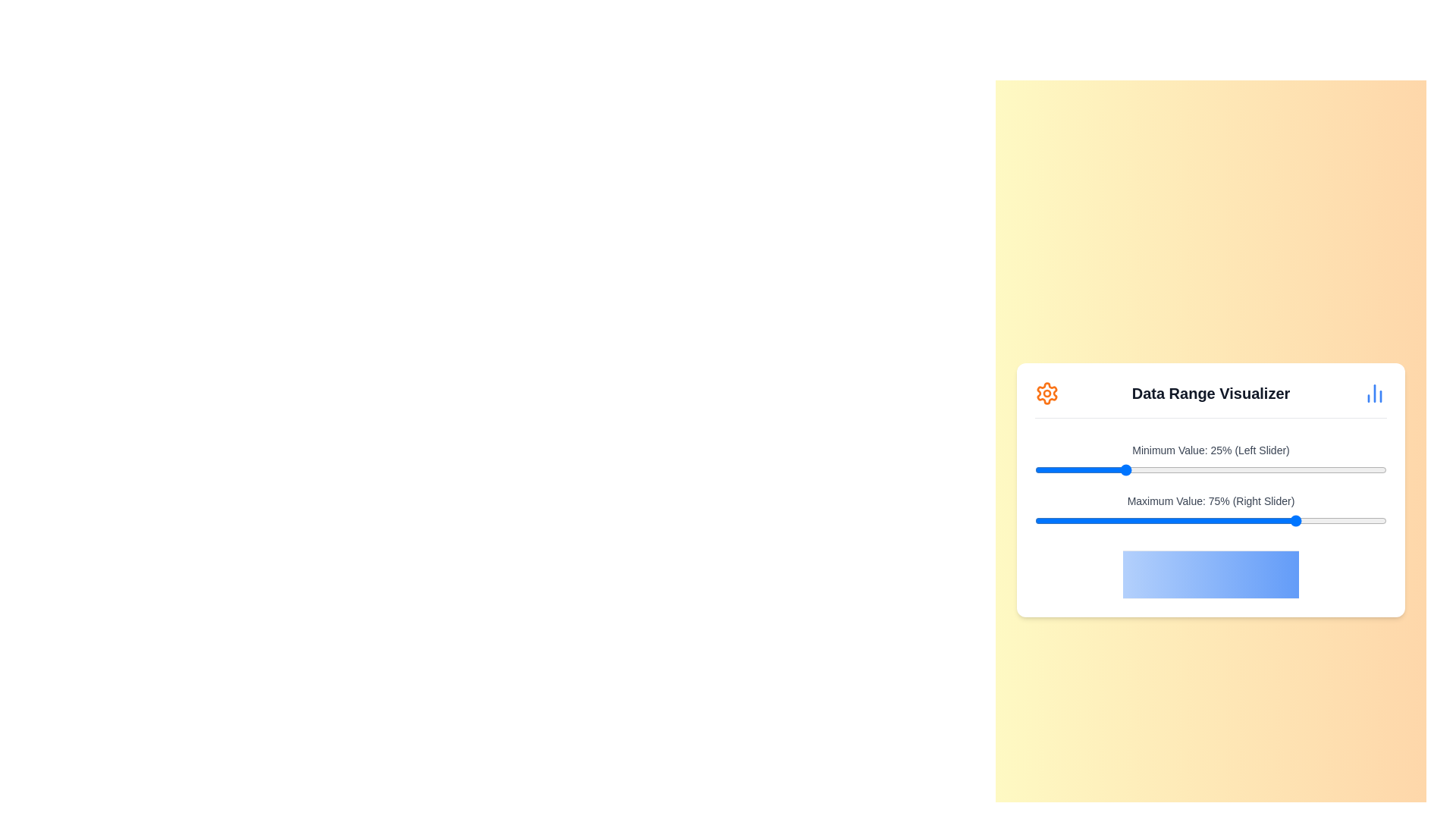 The width and height of the screenshot is (1456, 819). I want to click on the blue bar chart icon in the 'Data Range Visualizer' section of the top bar, so click(1375, 392).